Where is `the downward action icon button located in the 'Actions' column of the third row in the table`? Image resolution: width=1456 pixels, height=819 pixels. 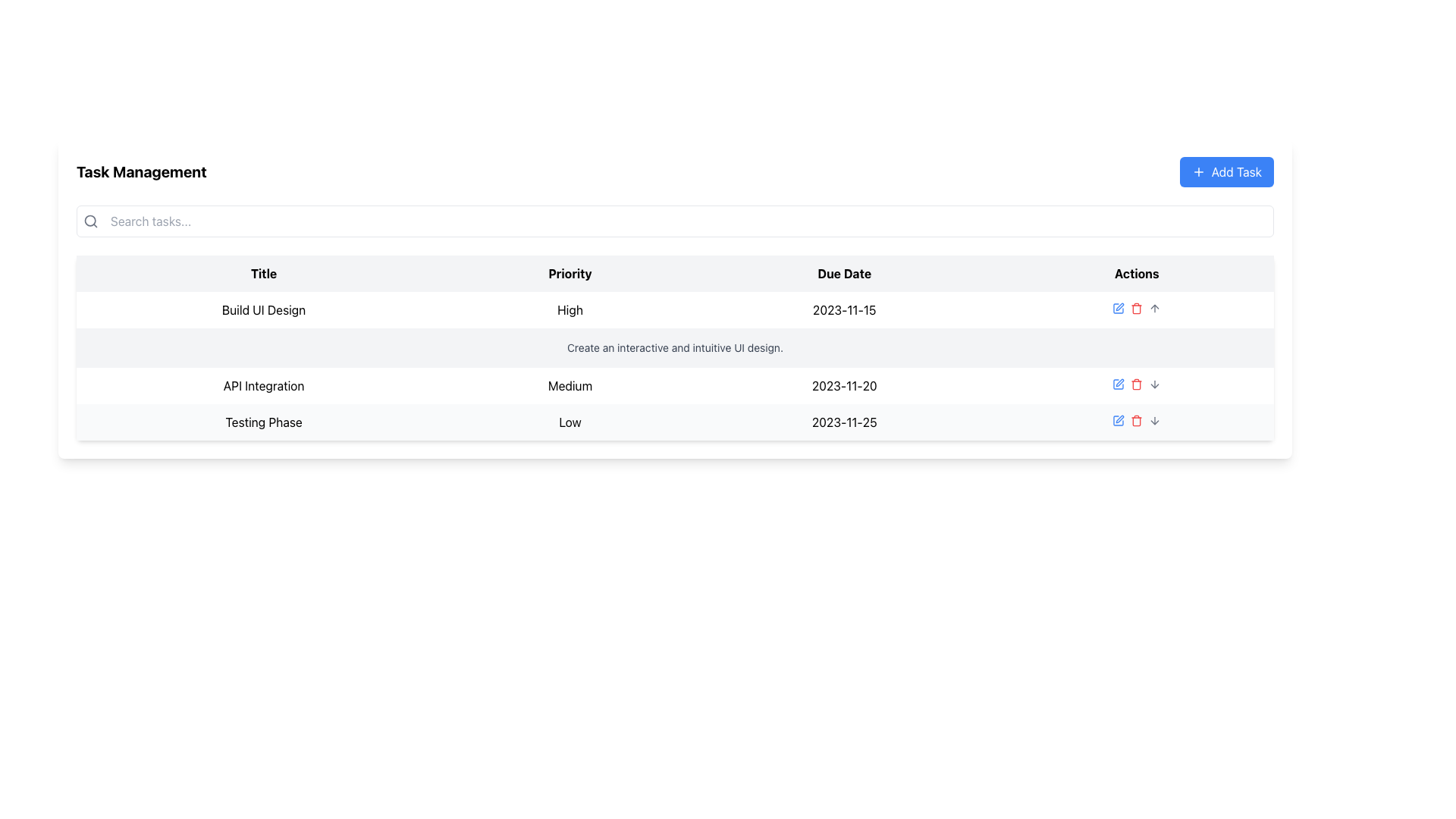 the downward action icon button located in the 'Actions' column of the third row in the table is located at coordinates (1154, 383).